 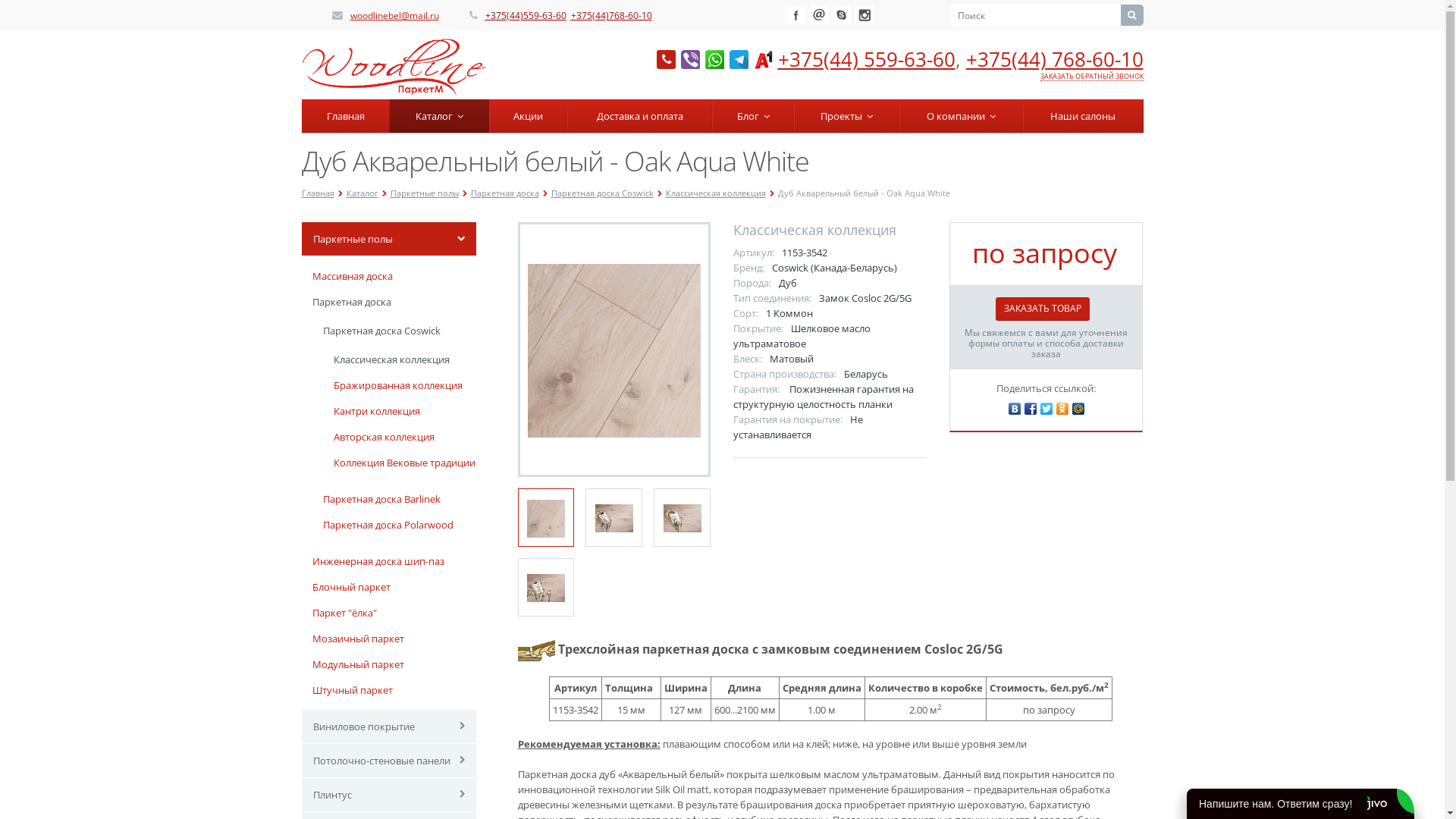 What do you see at coordinates (484, 15) in the screenshot?
I see `'+375(44)559-63-60'` at bounding box center [484, 15].